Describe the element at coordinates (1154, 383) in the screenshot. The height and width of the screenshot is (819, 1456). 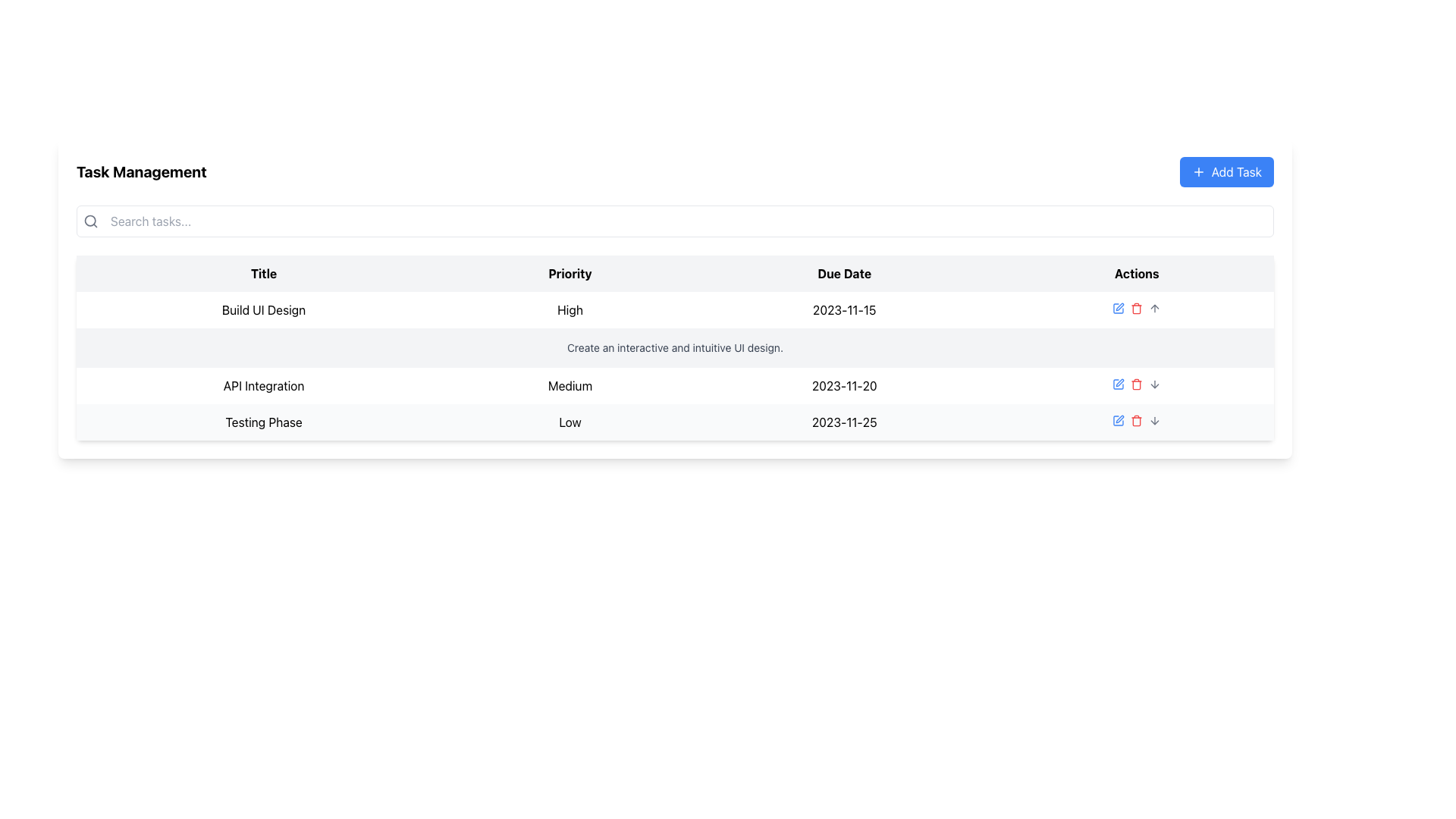
I see `the gray icon button represented by a downward arrow in the 'Actions' column of the third row labeled 'Testing Phase'` at that location.